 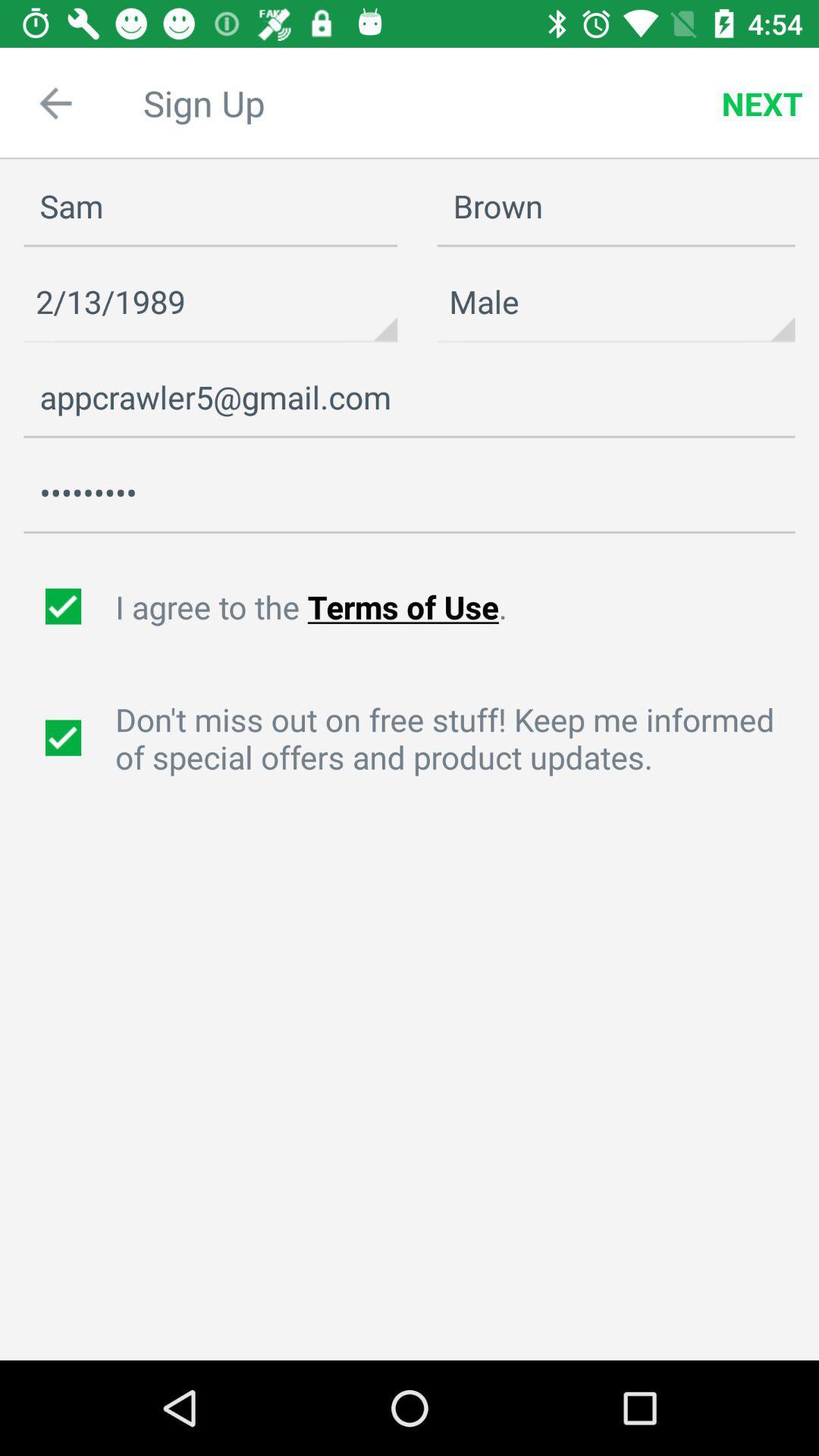 I want to click on check/uncheck terms of use agreement, so click(x=64, y=607).